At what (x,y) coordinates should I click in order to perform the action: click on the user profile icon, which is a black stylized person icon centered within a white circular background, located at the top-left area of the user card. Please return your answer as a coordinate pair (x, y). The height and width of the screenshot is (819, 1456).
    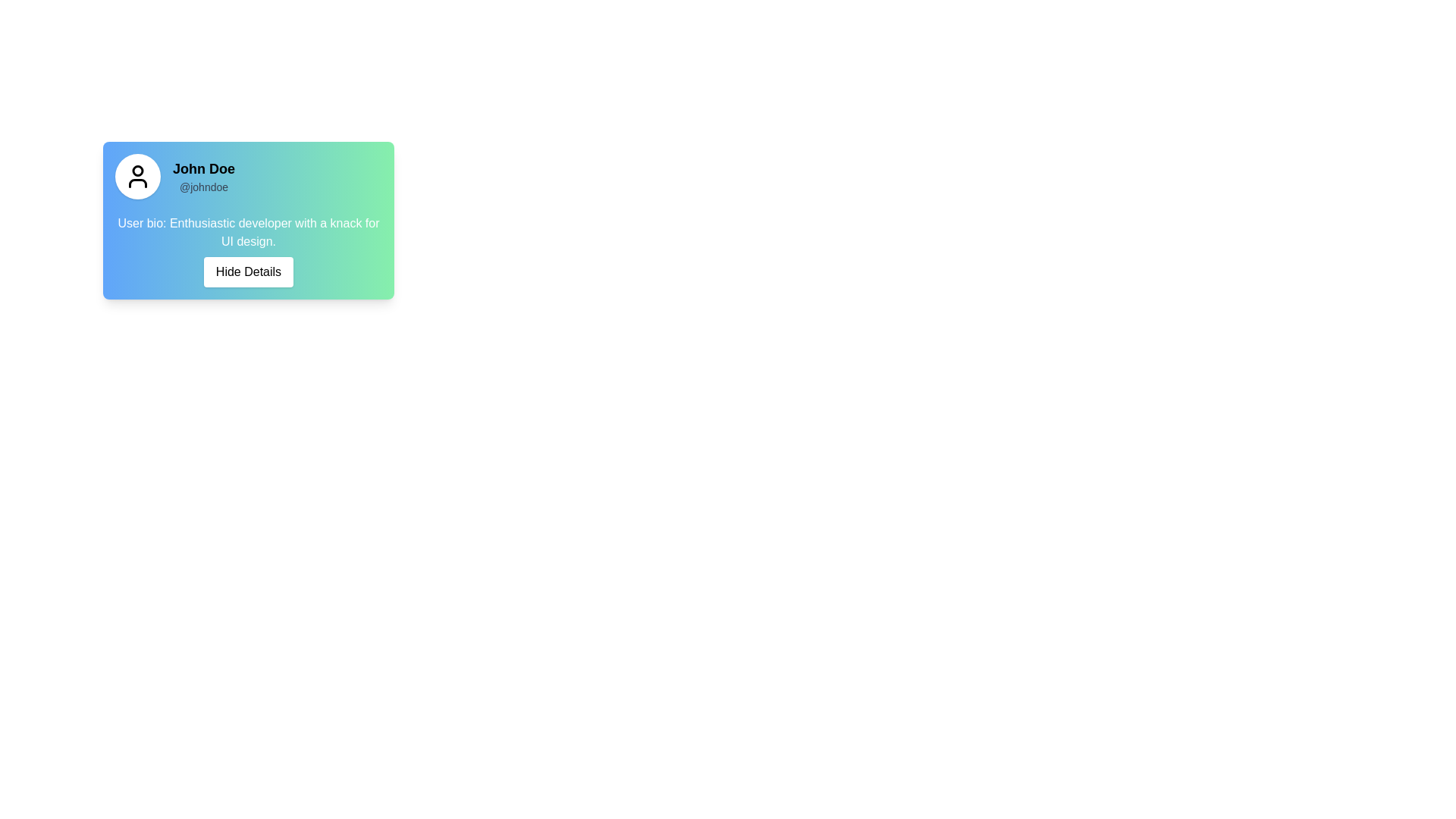
    Looking at the image, I should click on (138, 175).